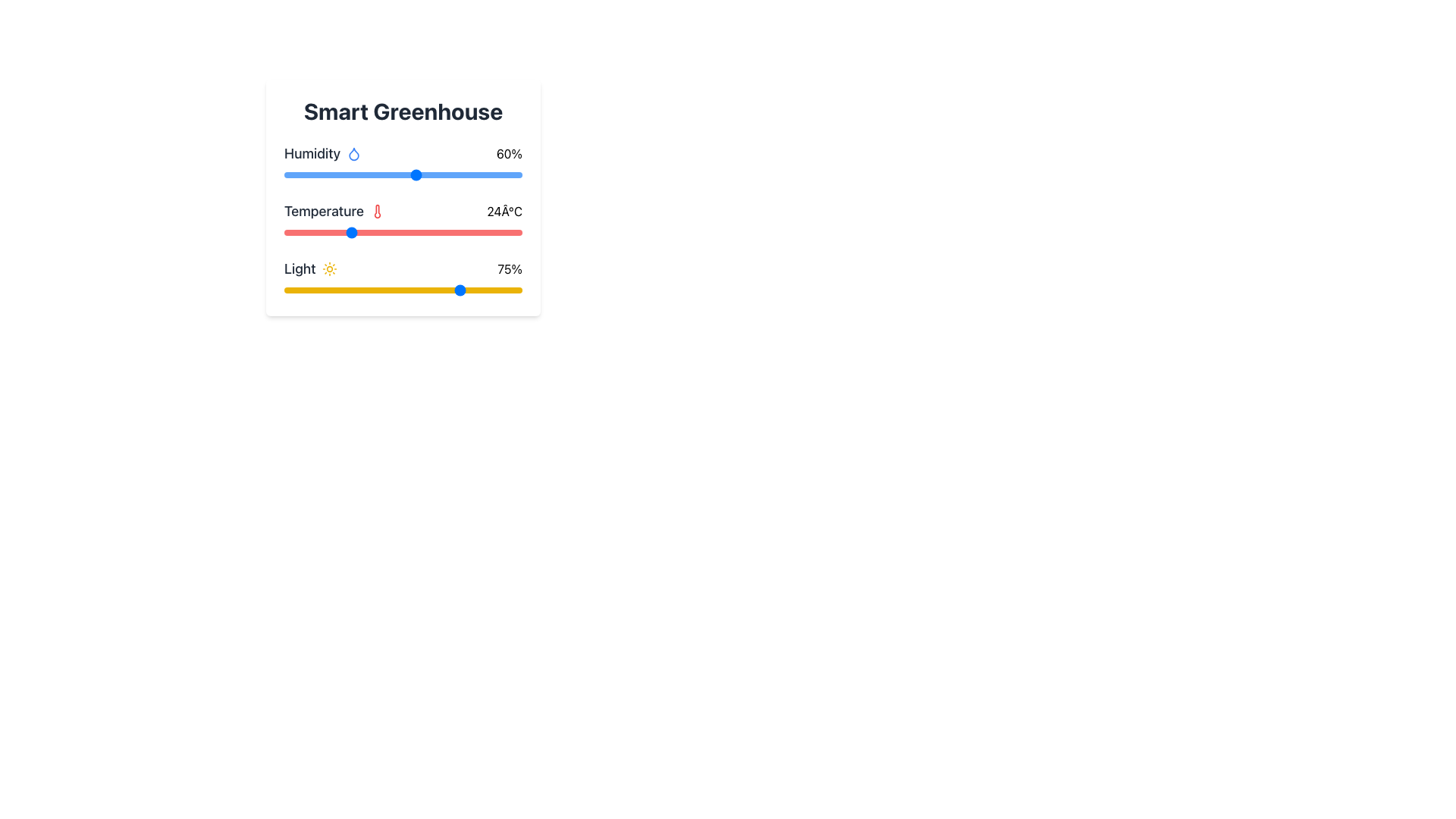 The width and height of the screenshot is (1456, 819). Describe the element at coordinates (353, 154) in the screenshot. I see `the blue droplet icon associated with the 'Humidity' label in the Smart Greenhouse interface` at that location.